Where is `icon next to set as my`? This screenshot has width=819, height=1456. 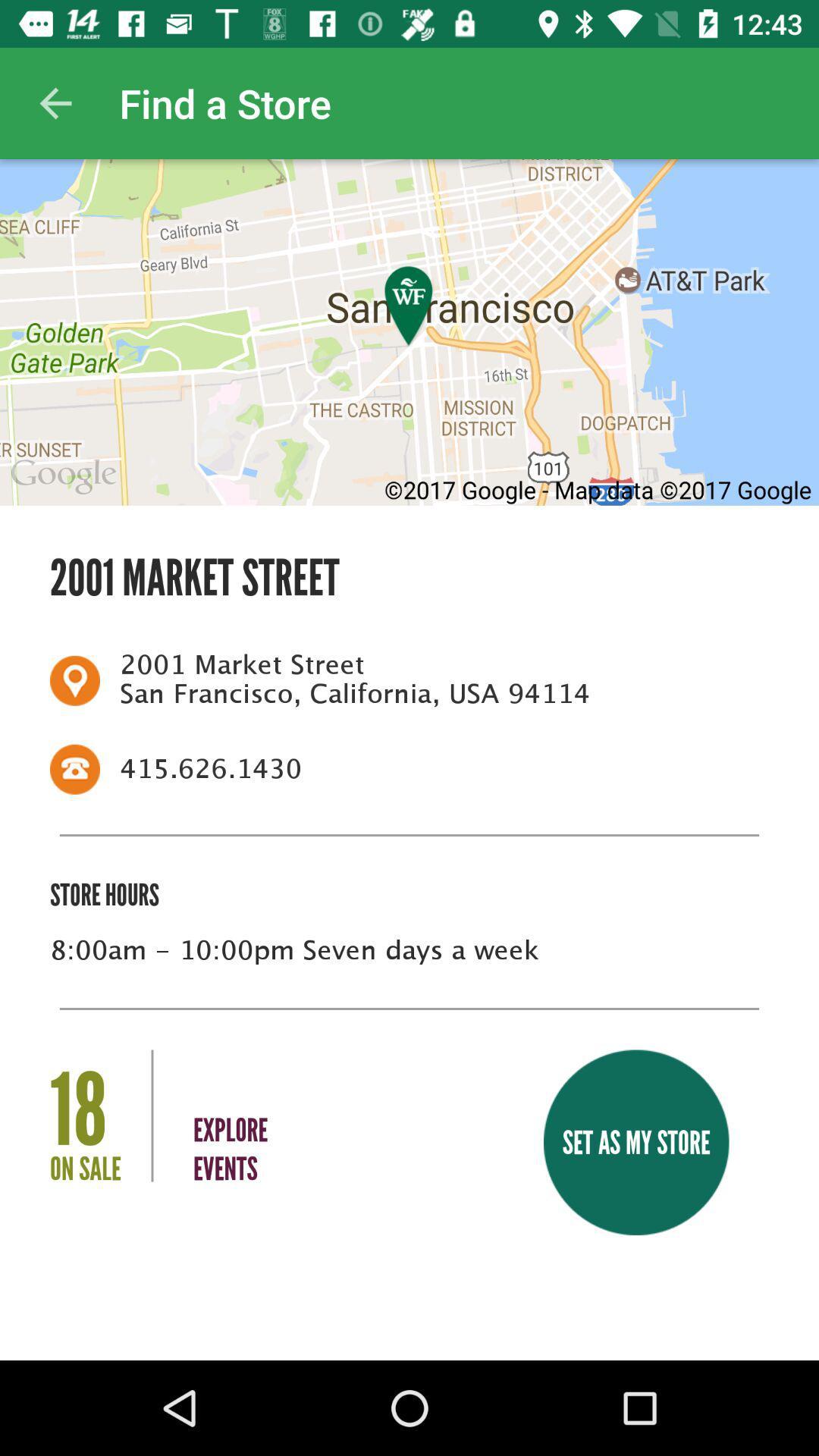
icon next to set as my is located at coordinates (231, 1119).